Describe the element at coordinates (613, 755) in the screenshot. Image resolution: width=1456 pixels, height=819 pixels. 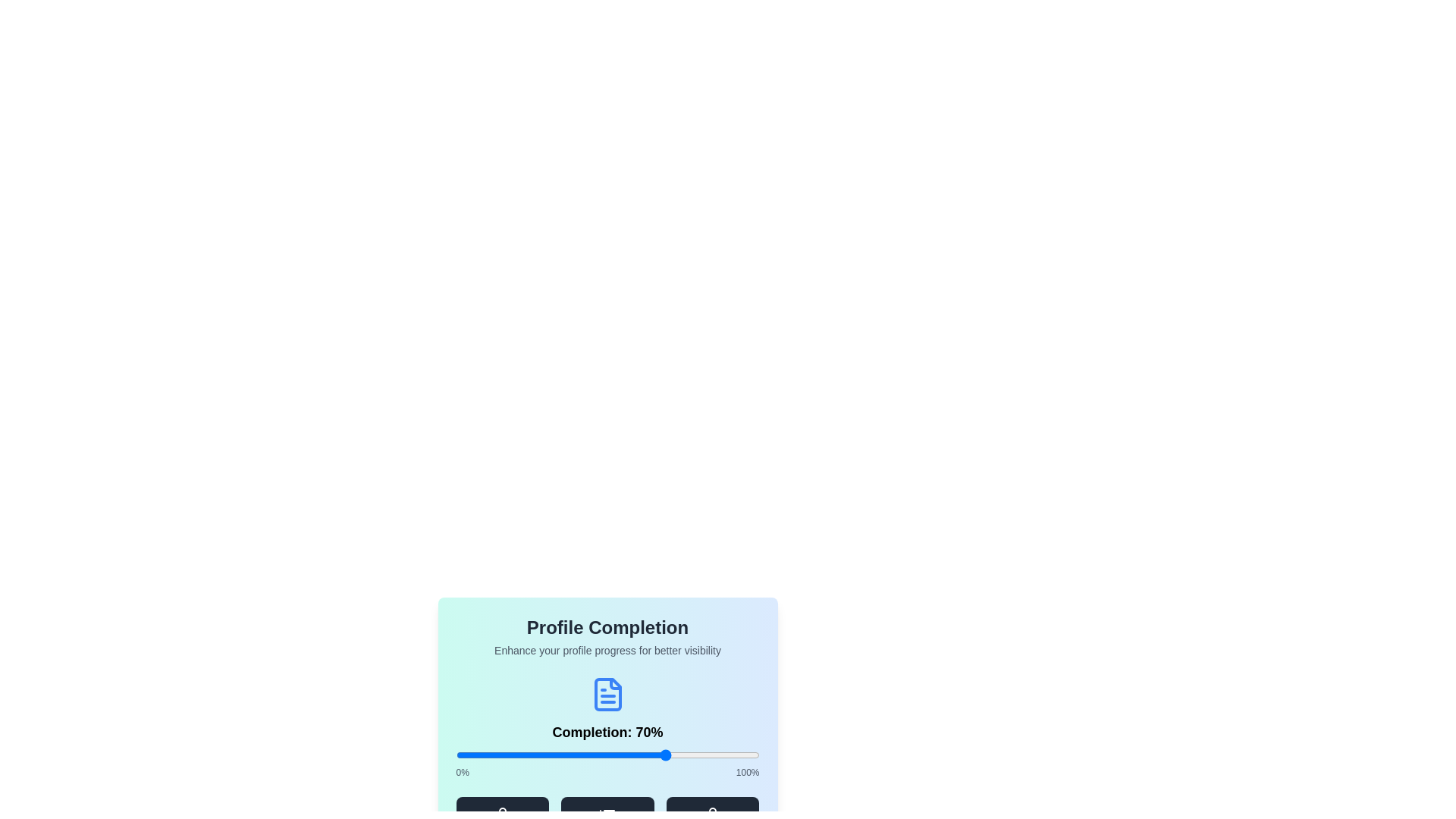
I see `the profile completion slider` at that location.